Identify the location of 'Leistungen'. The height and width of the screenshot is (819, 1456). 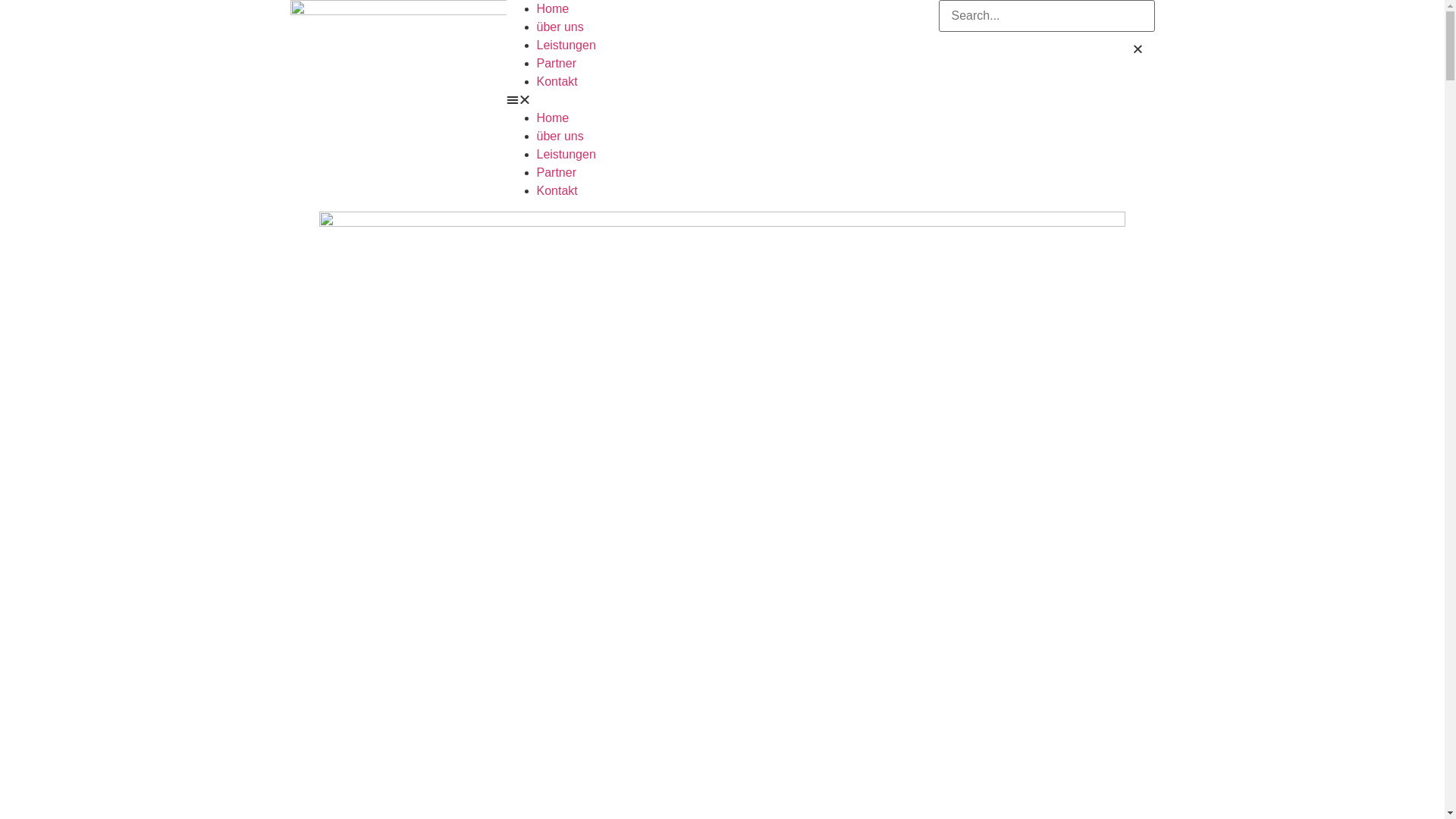
(537, 154).